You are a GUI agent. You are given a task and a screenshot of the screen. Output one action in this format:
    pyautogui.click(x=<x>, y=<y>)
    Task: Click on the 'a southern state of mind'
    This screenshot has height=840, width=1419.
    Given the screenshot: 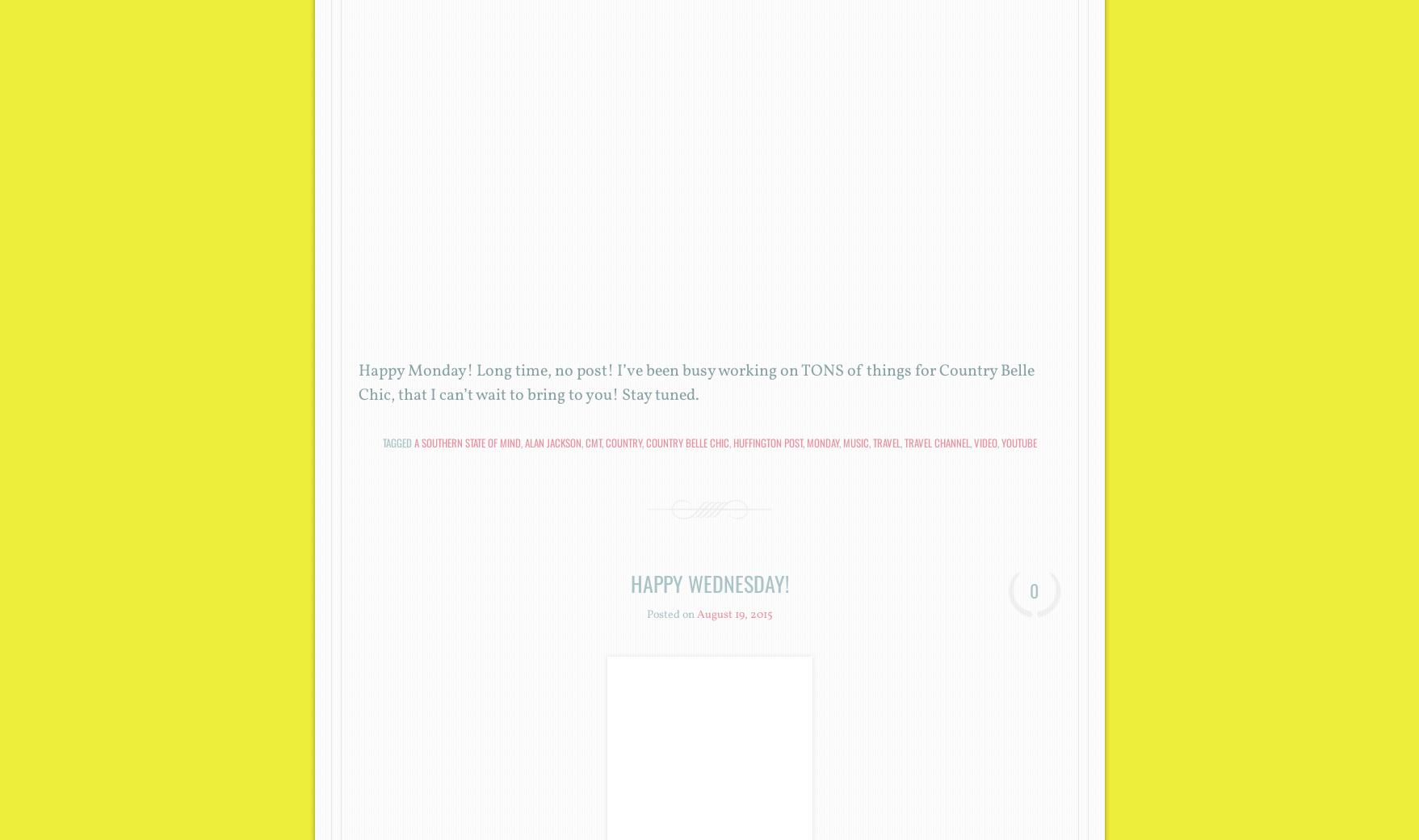 What is the action you would take?
    pyautogui.click(x=467, y=441)
    